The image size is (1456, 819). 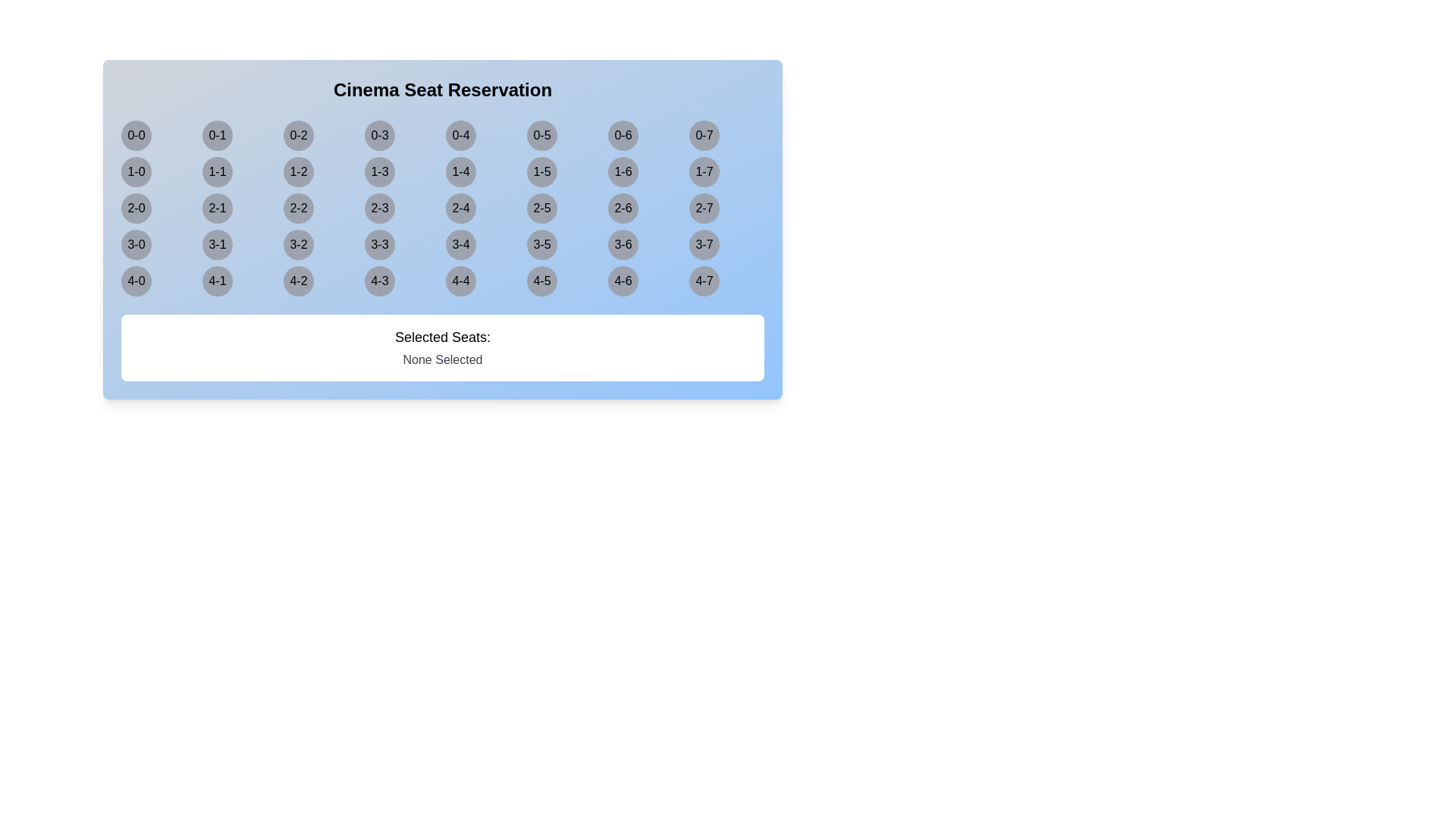 What do you see at coordinates (136, 281) in the screenshot?
I see `the circular button with a gray background and the text '4-0'` at bounding box center [136, 281].